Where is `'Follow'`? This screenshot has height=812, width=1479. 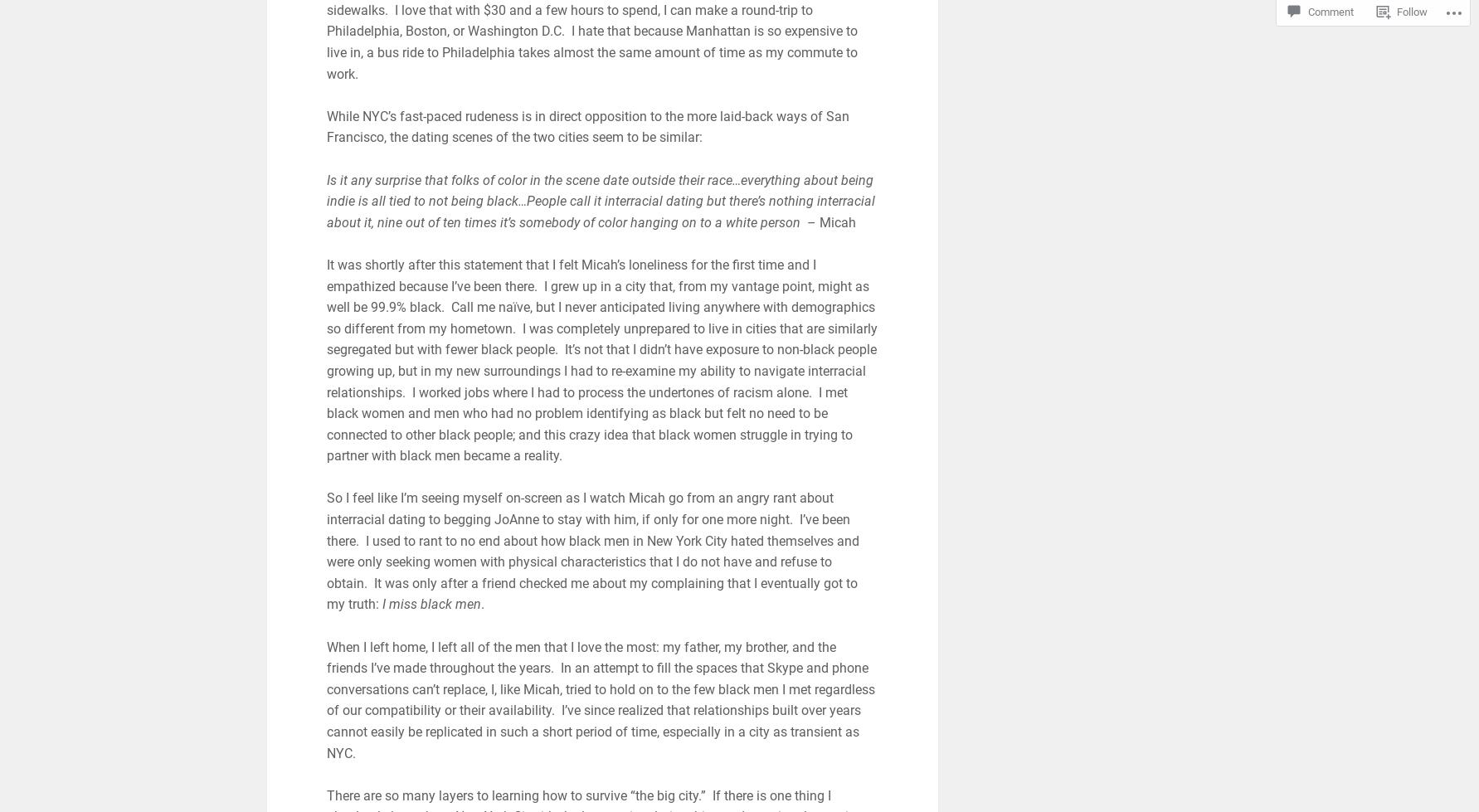
'Follow' is located at coordinates (1411, 12).